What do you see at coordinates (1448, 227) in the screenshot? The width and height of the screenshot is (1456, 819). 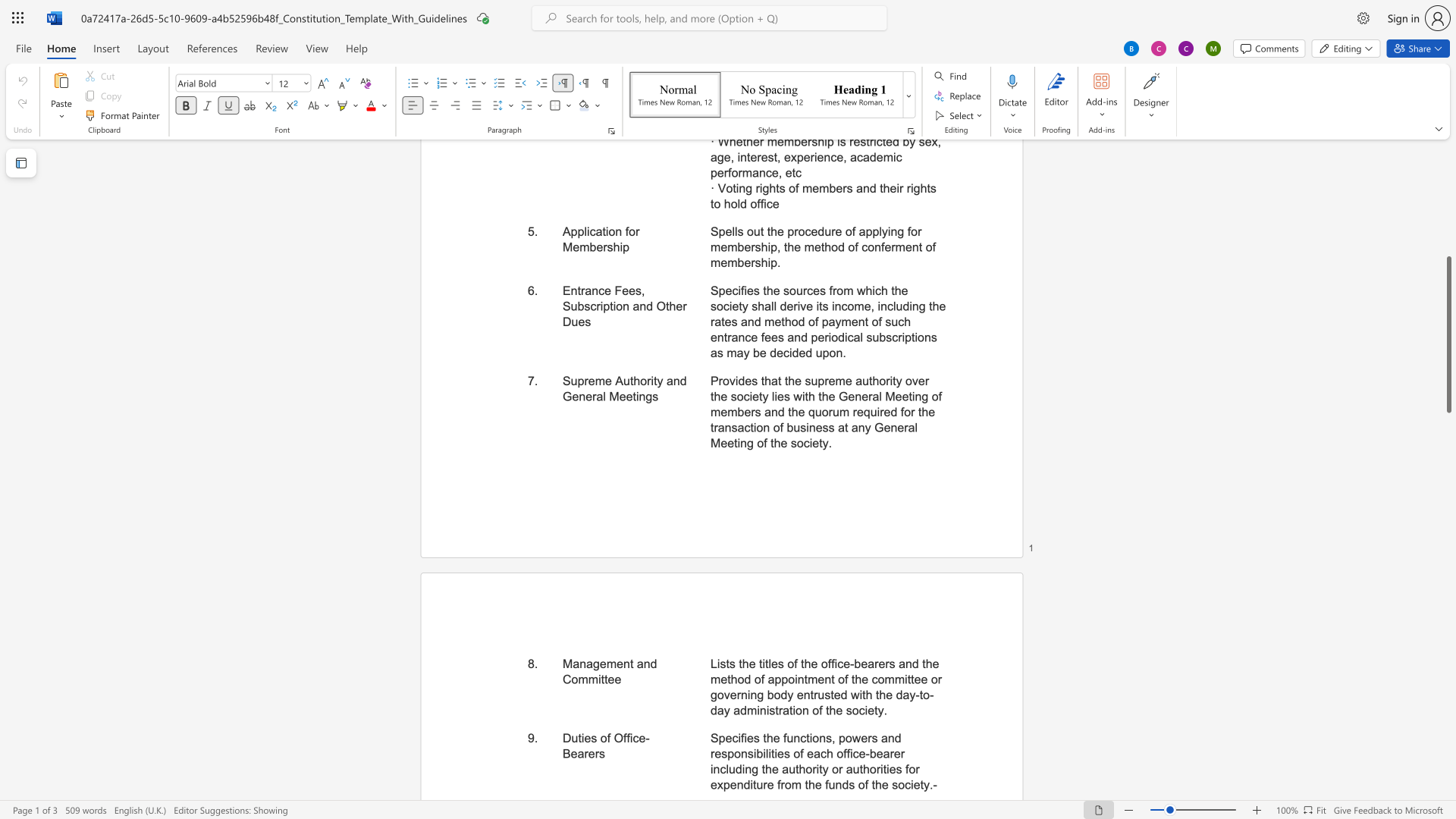 I see `the scrollbar to scroll the page up` at bounding box center [1448, 227].